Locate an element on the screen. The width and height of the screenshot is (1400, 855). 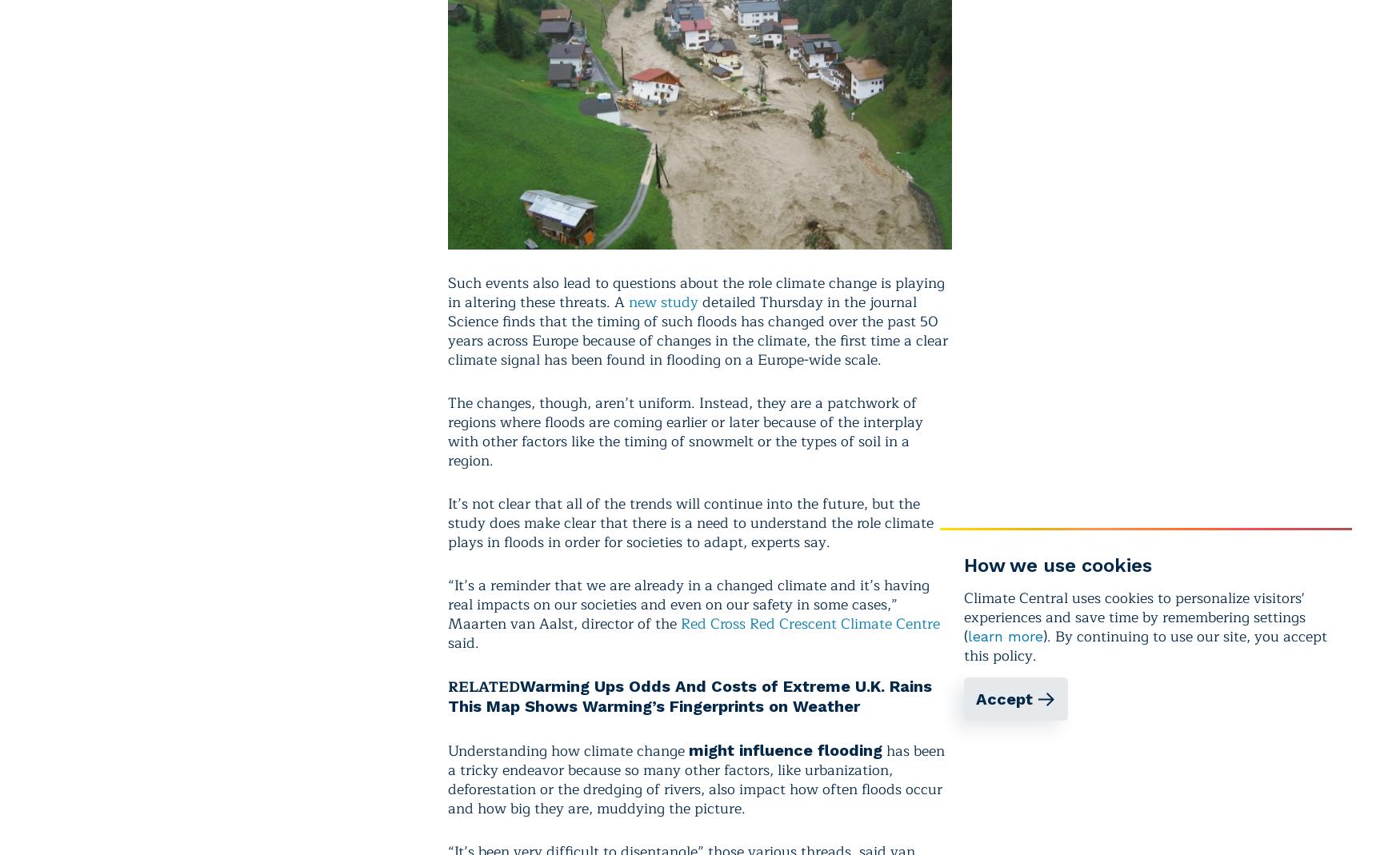
'“It’s a reminder that we are already in a changed climate and it’s having real impacts on our societies and even on our safety in some cases,” Maarten van Aalst, director of the' is located at coordinates (447, 604).